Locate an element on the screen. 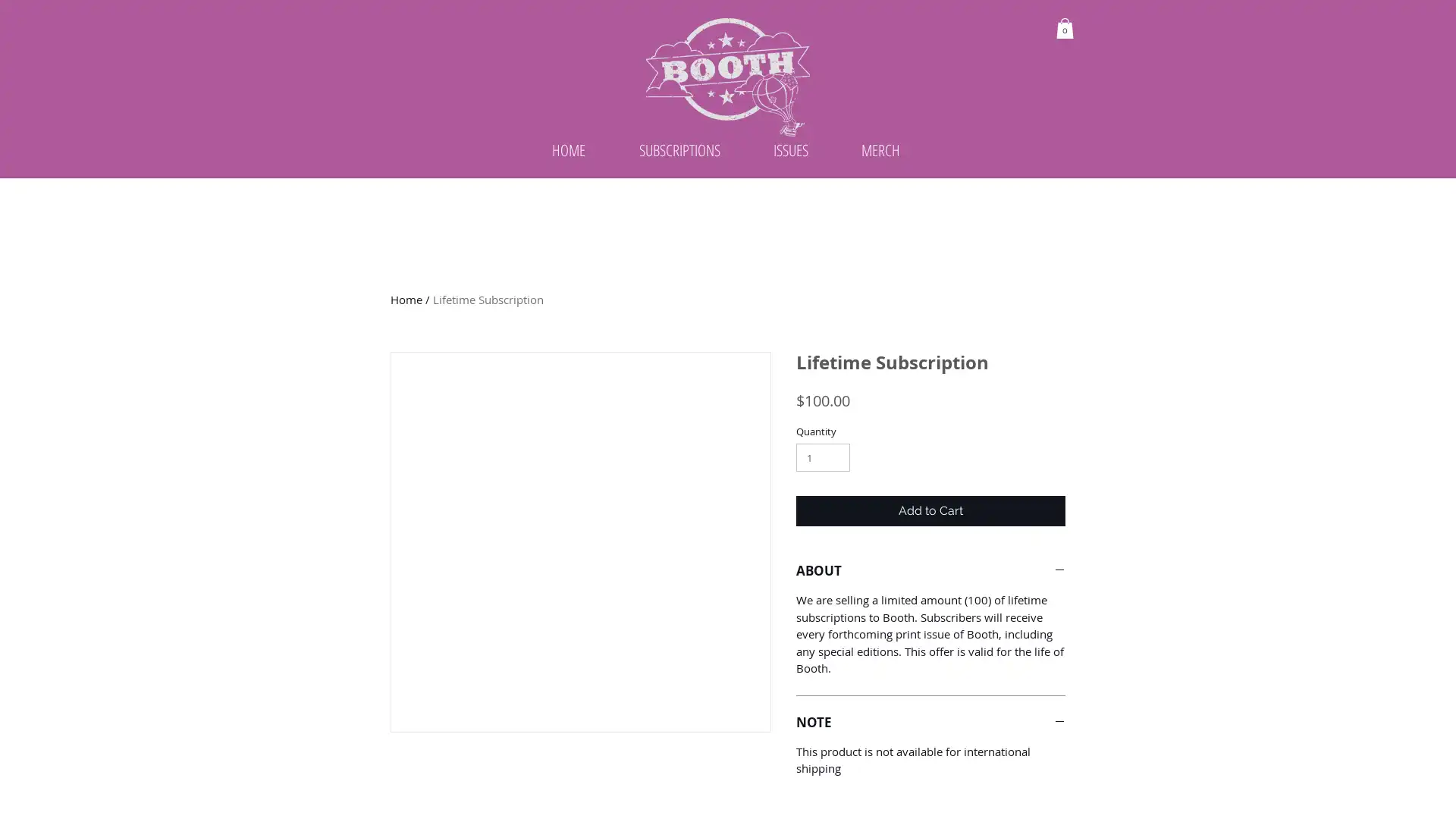 Image resolution: width=1456 pixels, height=819 pixels. Cart with 0 items is located at coordinates (1064, 28).